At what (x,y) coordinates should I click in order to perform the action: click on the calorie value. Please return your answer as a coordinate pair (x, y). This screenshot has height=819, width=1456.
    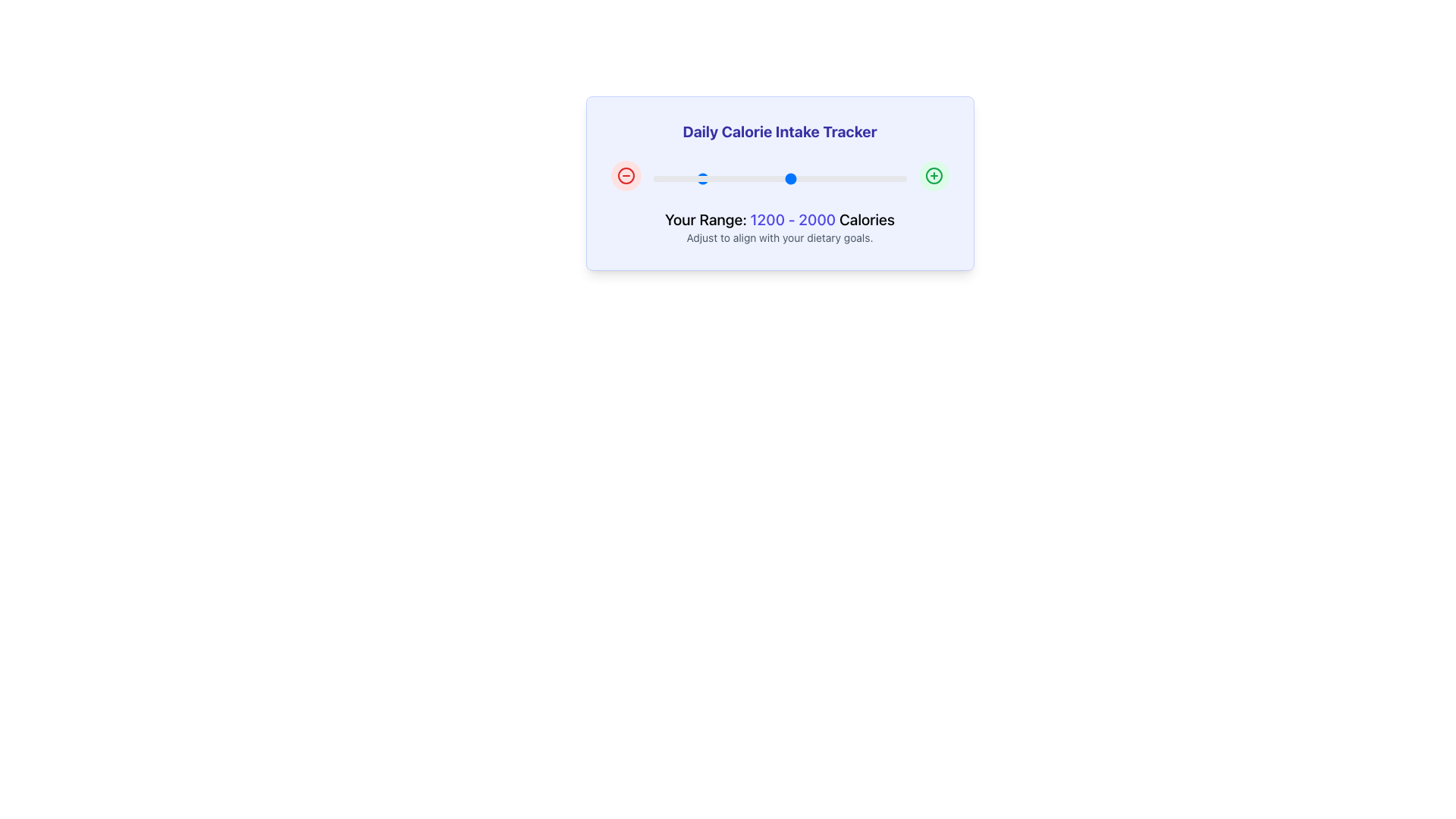
    Looking at the image, I should click on (789, 177).